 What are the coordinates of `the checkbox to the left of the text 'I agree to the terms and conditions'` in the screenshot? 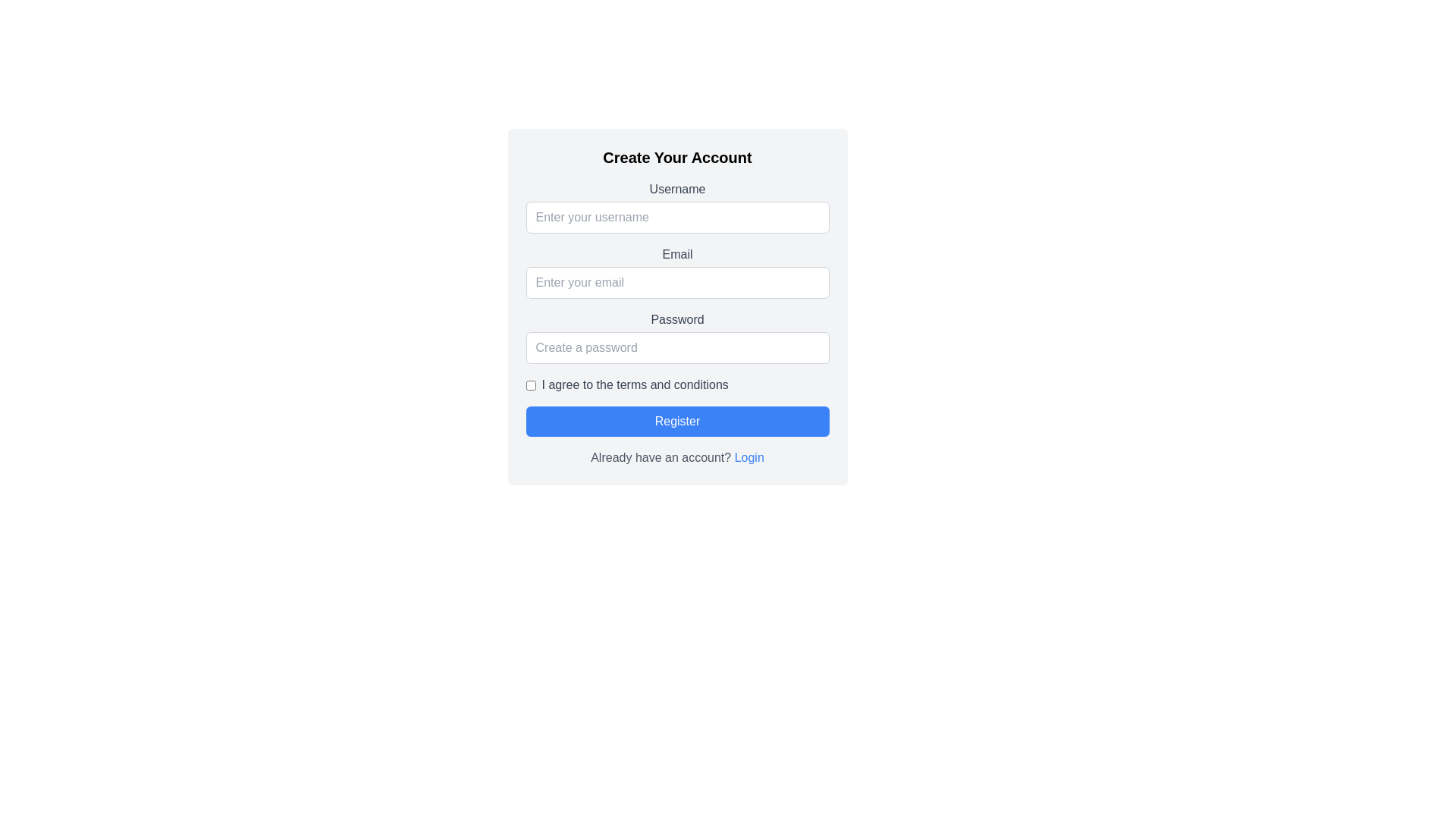 It's located at (531, 384).